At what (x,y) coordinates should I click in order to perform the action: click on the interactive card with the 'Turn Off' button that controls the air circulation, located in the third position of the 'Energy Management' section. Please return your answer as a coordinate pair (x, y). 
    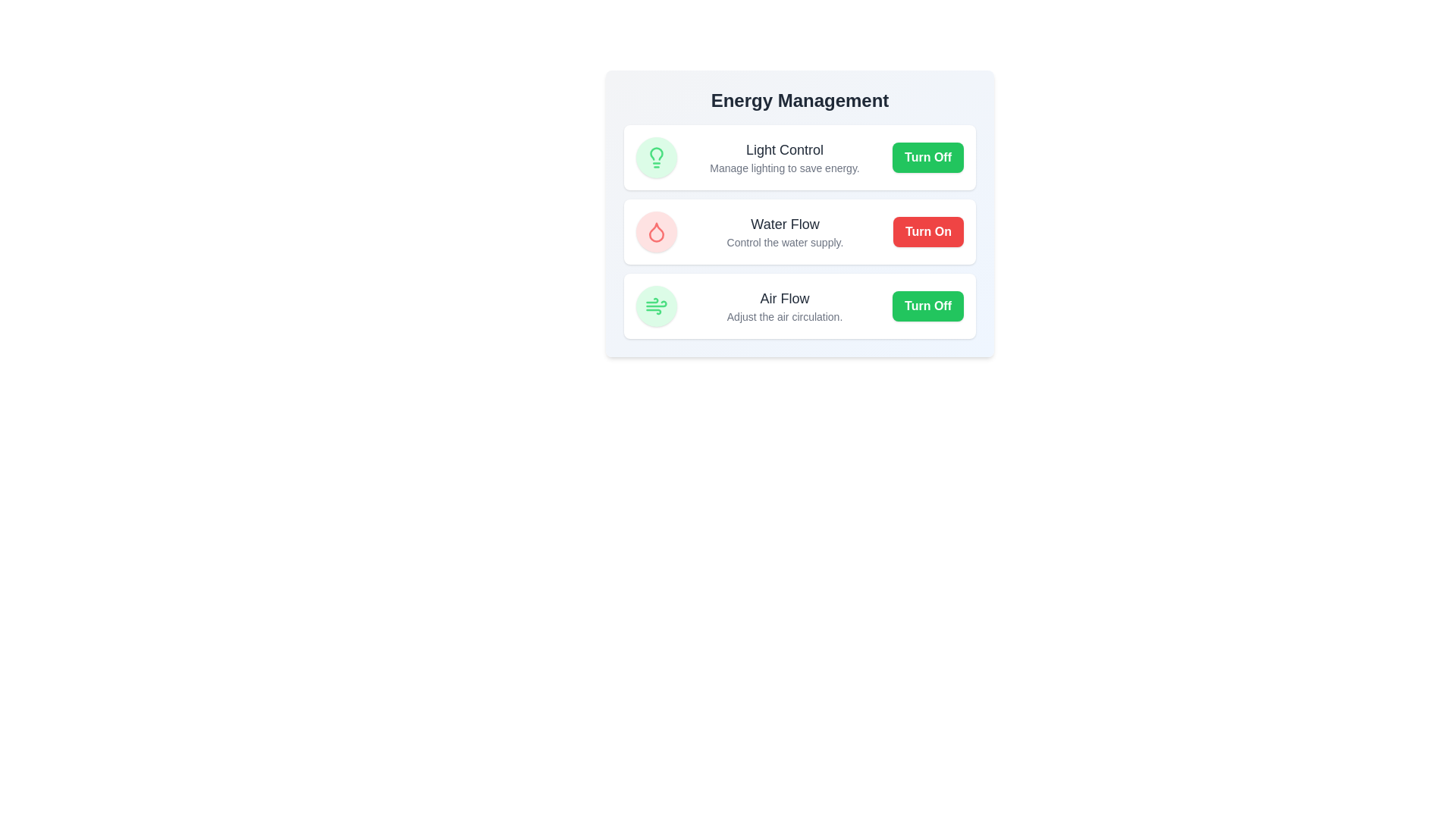
    Looking at the image, I should click on (799, 306).